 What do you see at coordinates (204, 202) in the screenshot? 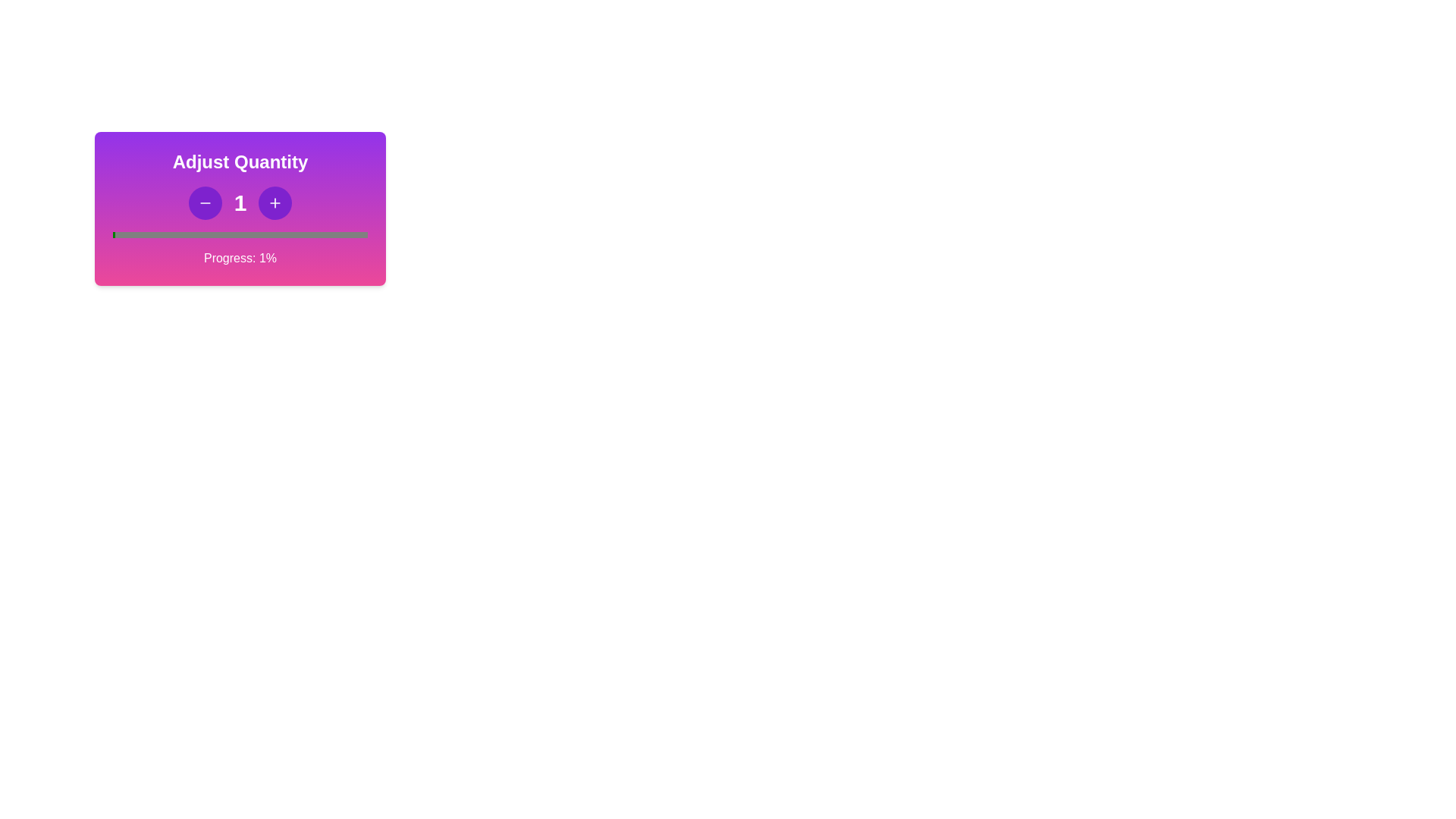
I see `the 'minus' icon inside the circular button with a purple background, located to the left of the numeric text value '1', in the 'Adjust Quantity' section` at bounding box center [204, 202].